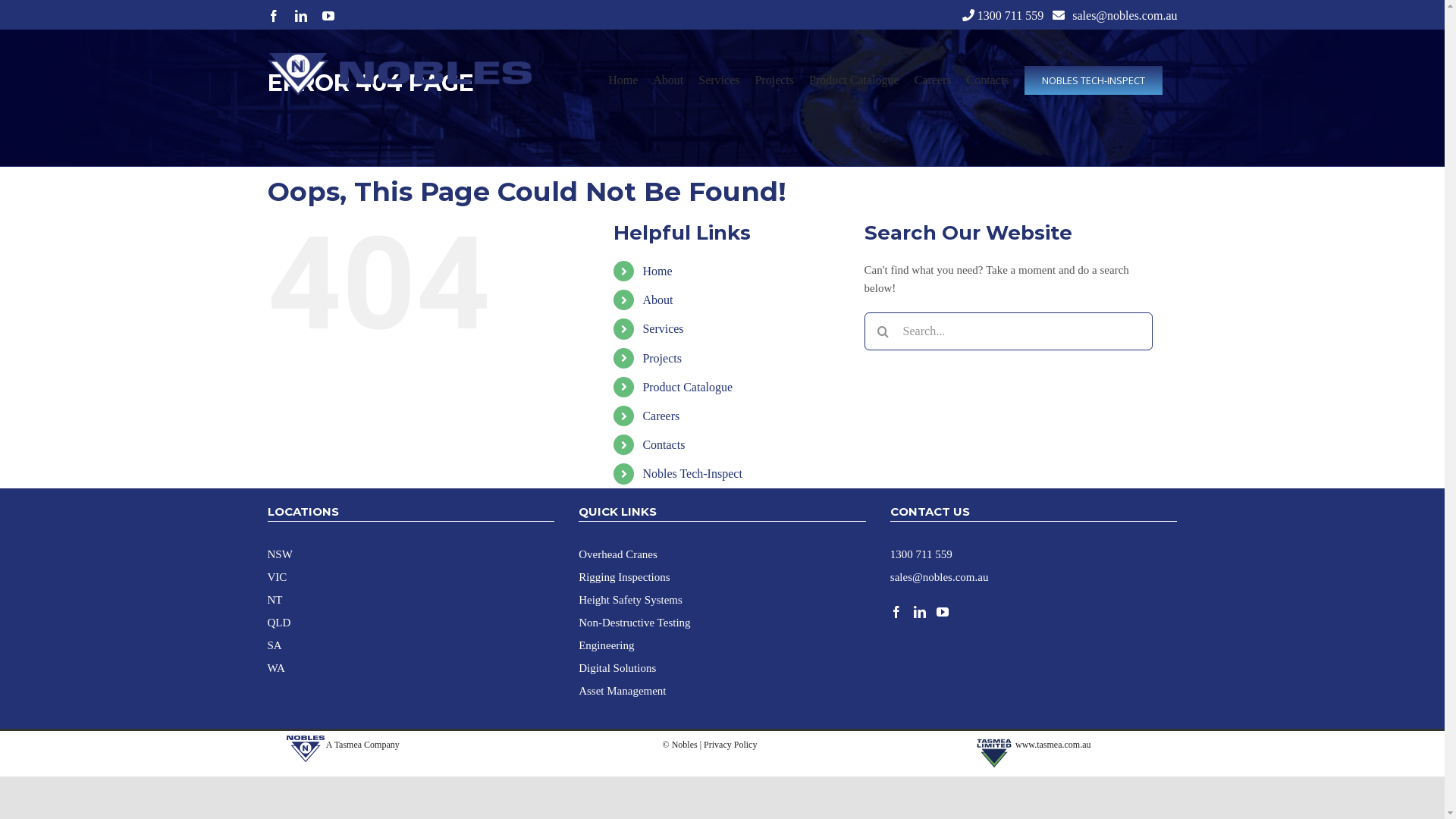 The height and width of the screenshot is (819, 1456). Describe the element at coordinates (662, 358) in the screenshot. I see `'Projects'` at that location.